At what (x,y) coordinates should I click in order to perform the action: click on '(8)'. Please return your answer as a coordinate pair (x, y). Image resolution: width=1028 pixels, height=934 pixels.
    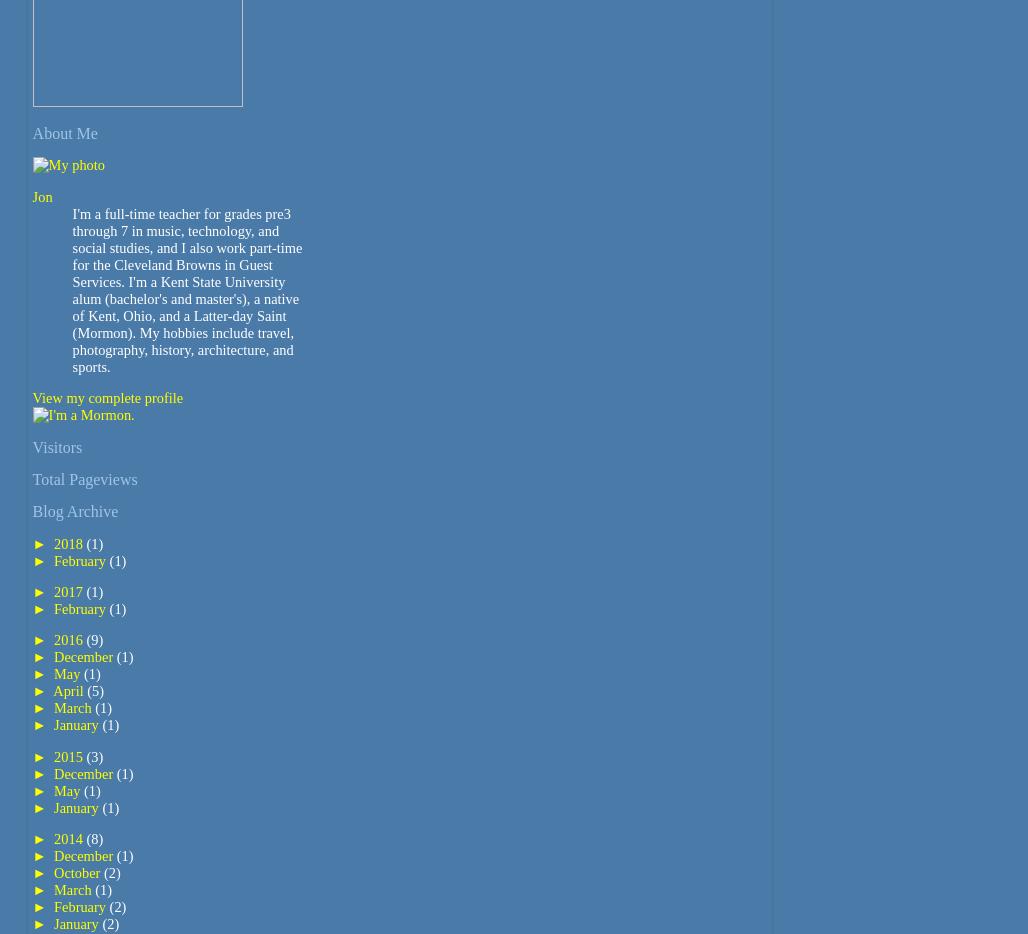
    Looking at the image, I should click on (93, 839).